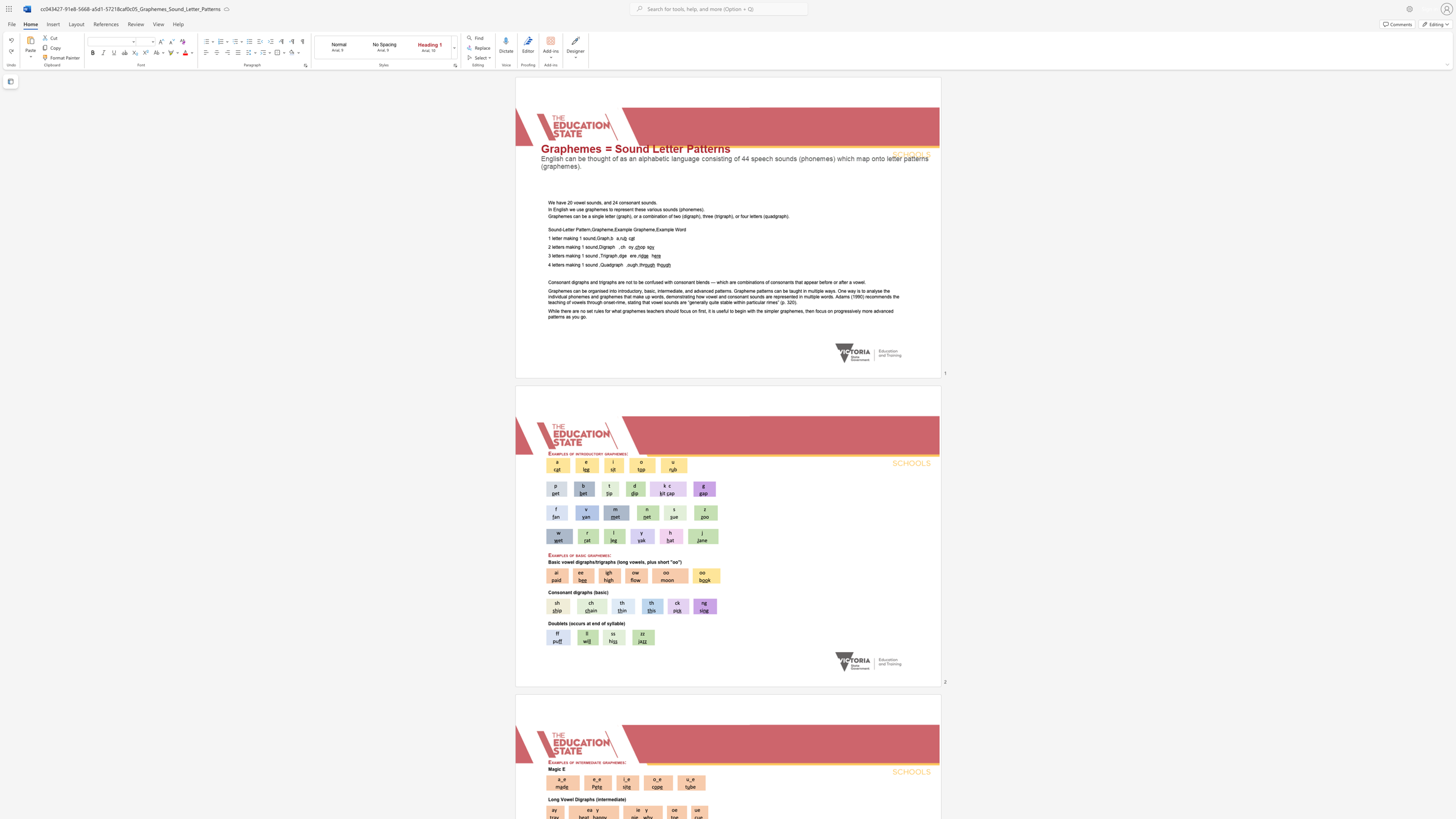 The height and width of the screenshot is (819, 1456). What do you see at coordinates (599, 799) in the screenshot?
I see `the space between the continuous character "i" and "n" in the text` at bounding box center [599, 799].